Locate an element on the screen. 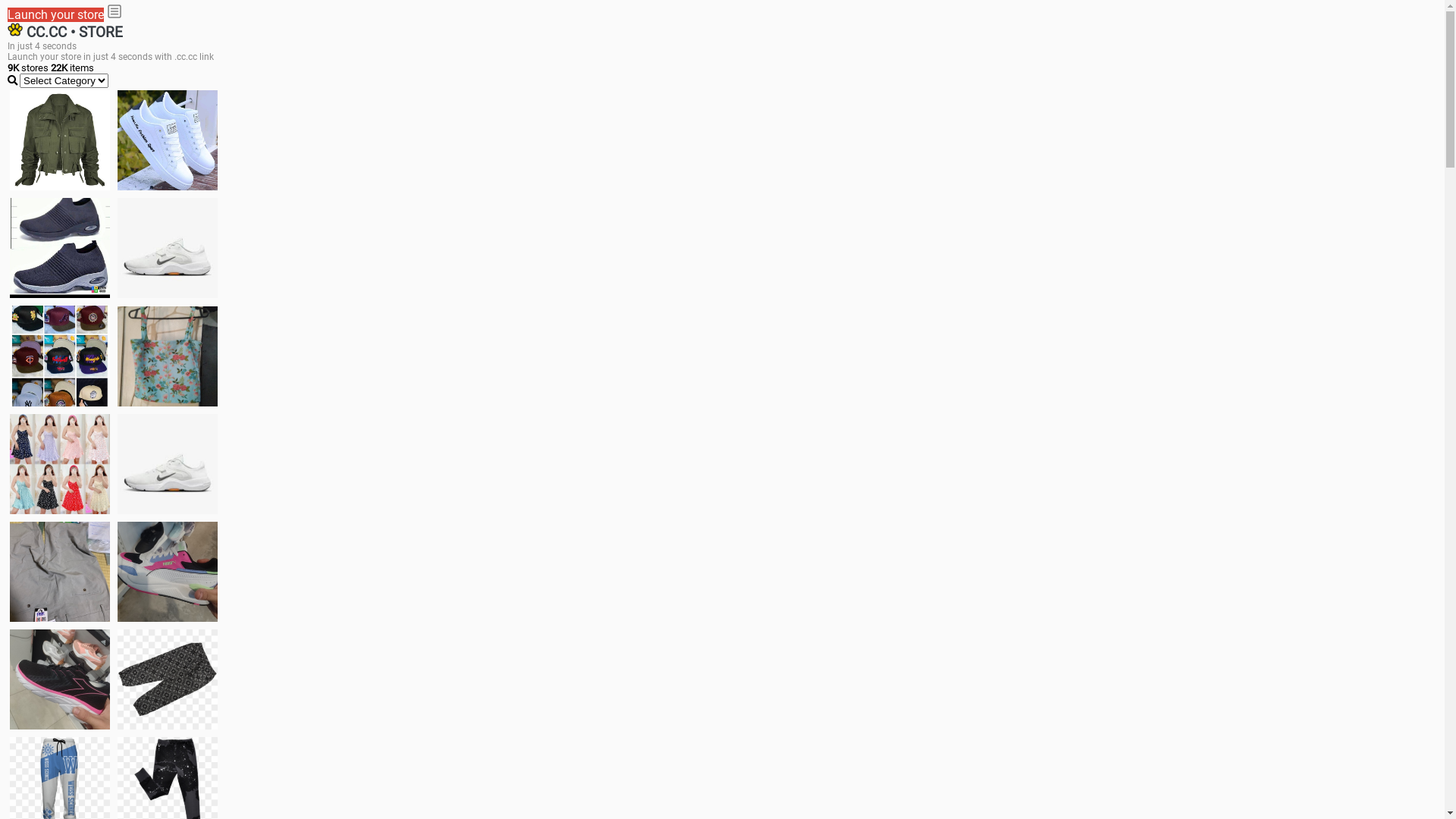 The height and width of the screenshot is (819, 1456). 'shoes for boys' is located at coordinates (59, 247).